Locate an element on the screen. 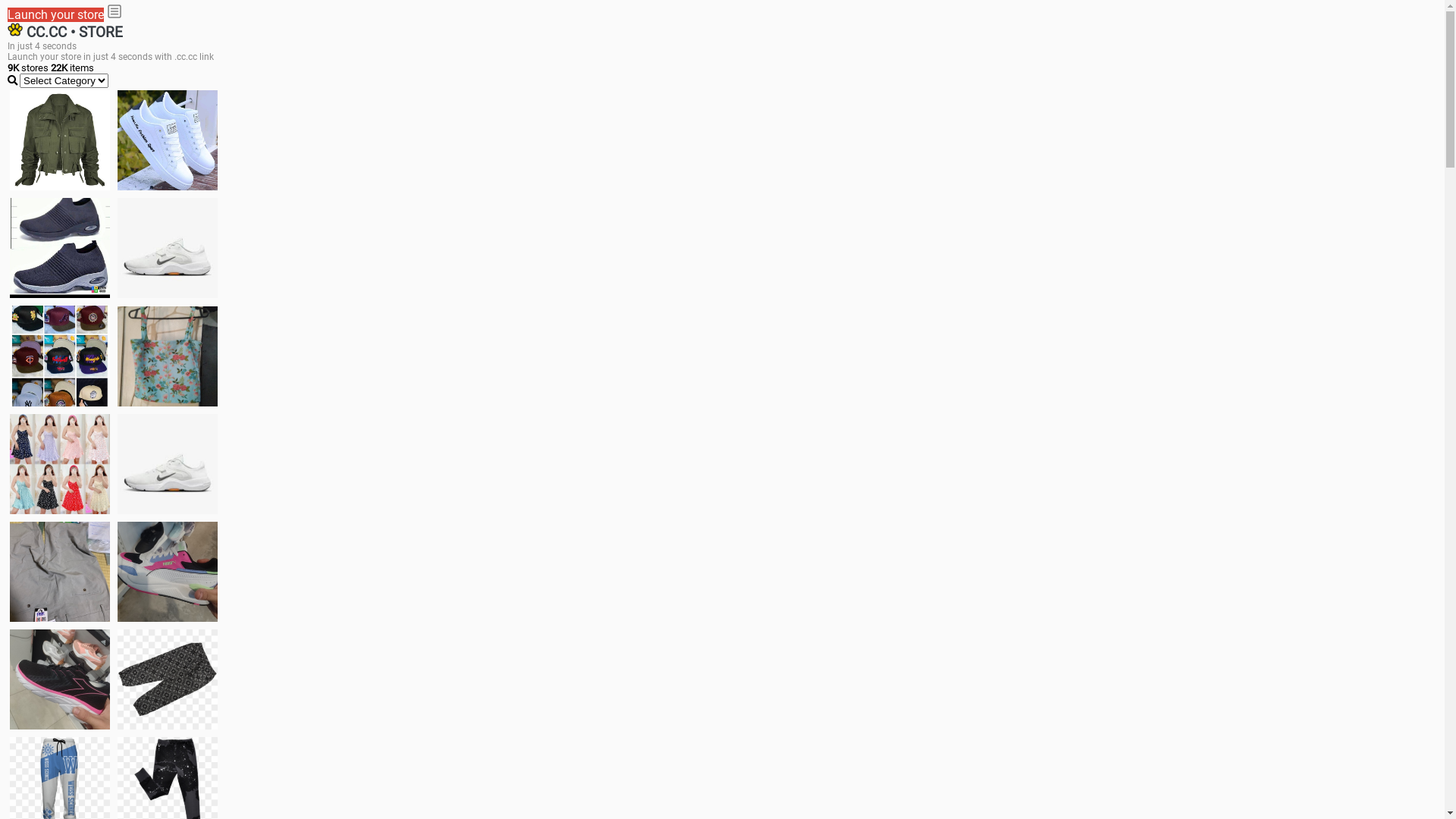 The height and width of the screenshot is (819, 1456). 'shoes for boys' is located at coordinates (59, 247).